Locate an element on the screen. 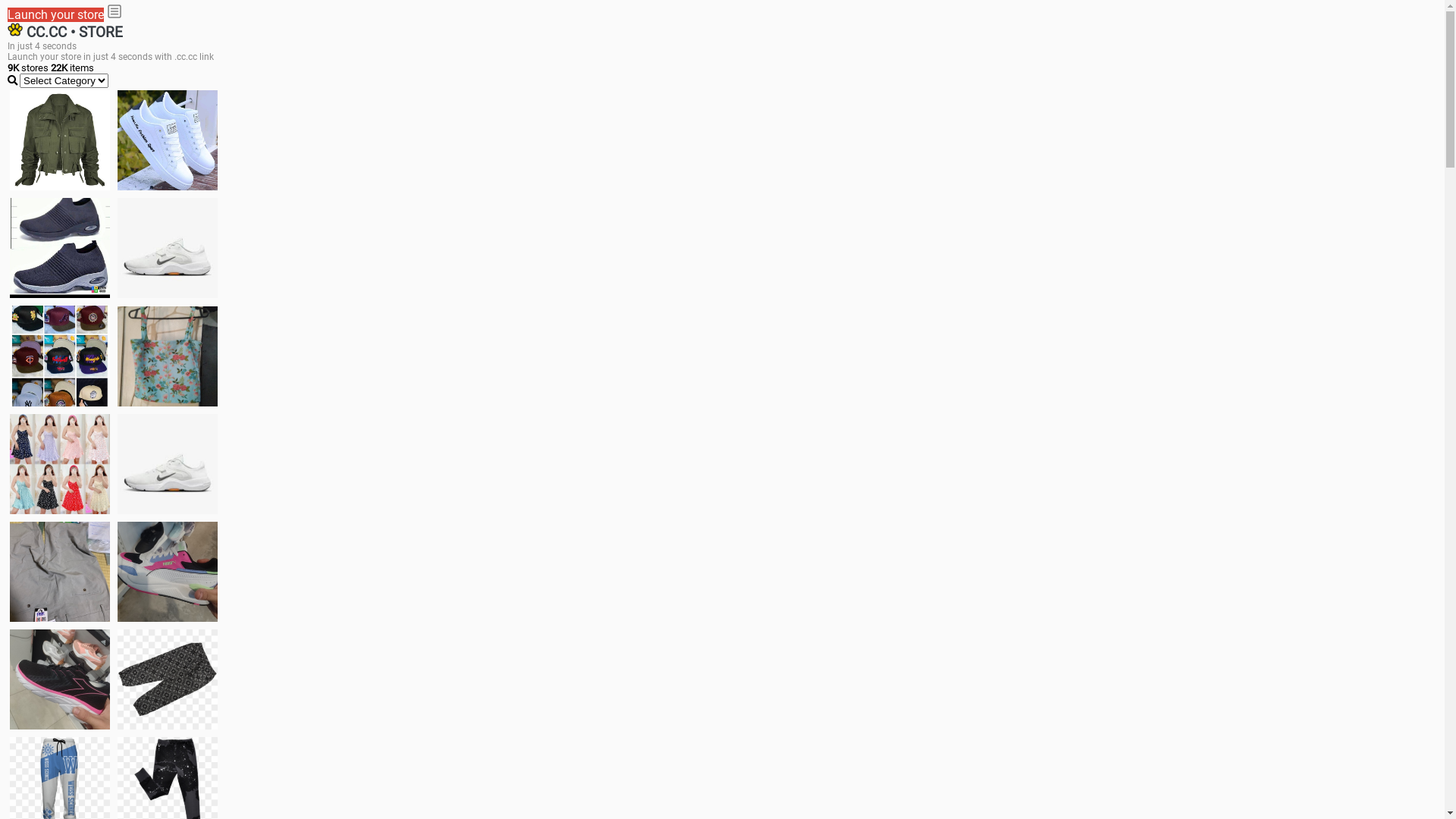 The height and width of the screenshot is (819, 1456). 'shoes for boys' is located at coordinates (59, 247).